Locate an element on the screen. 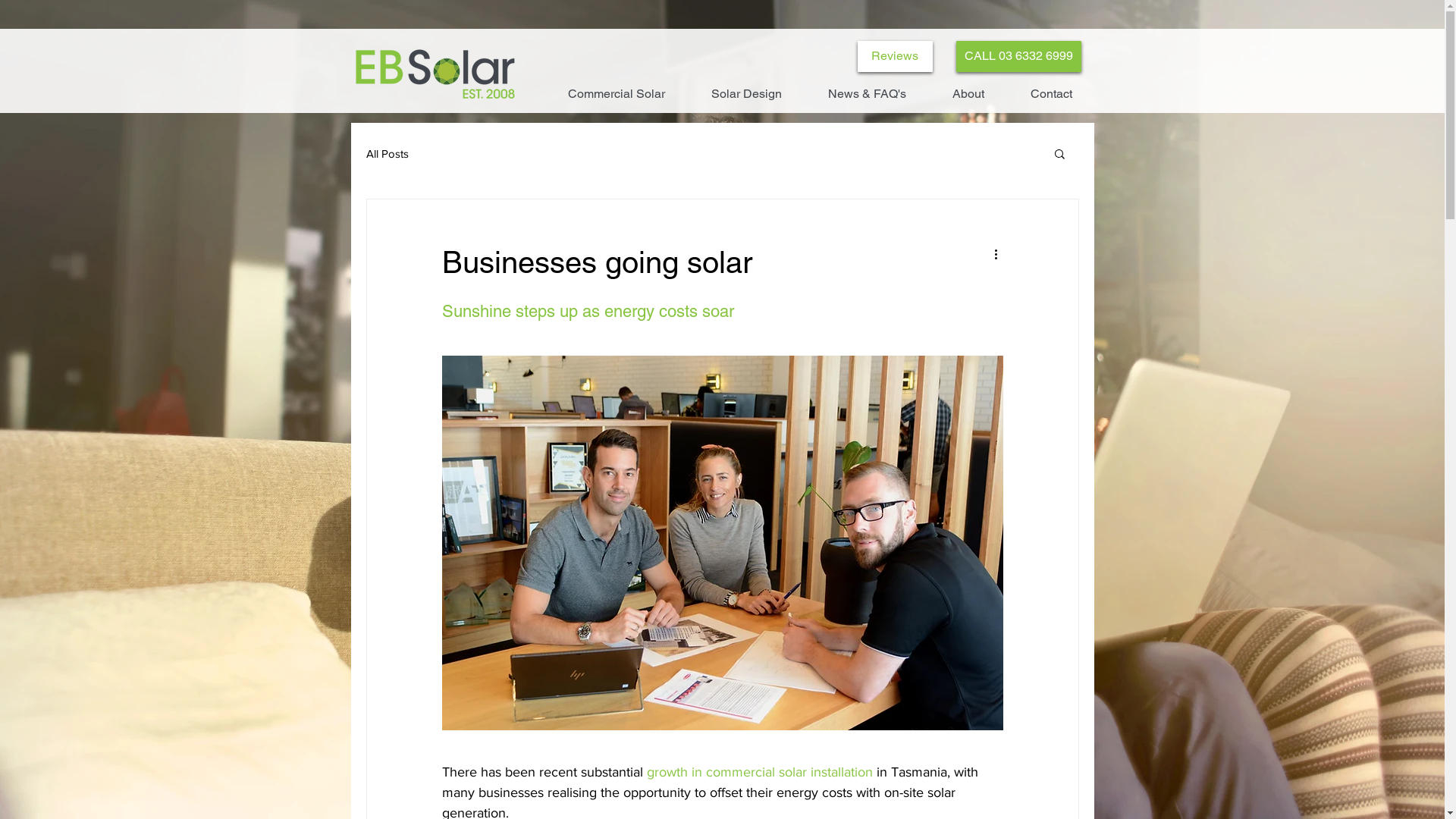 This screenshot has height=819, width=1456. 'All Posts' is located at coordinates (365, 153).